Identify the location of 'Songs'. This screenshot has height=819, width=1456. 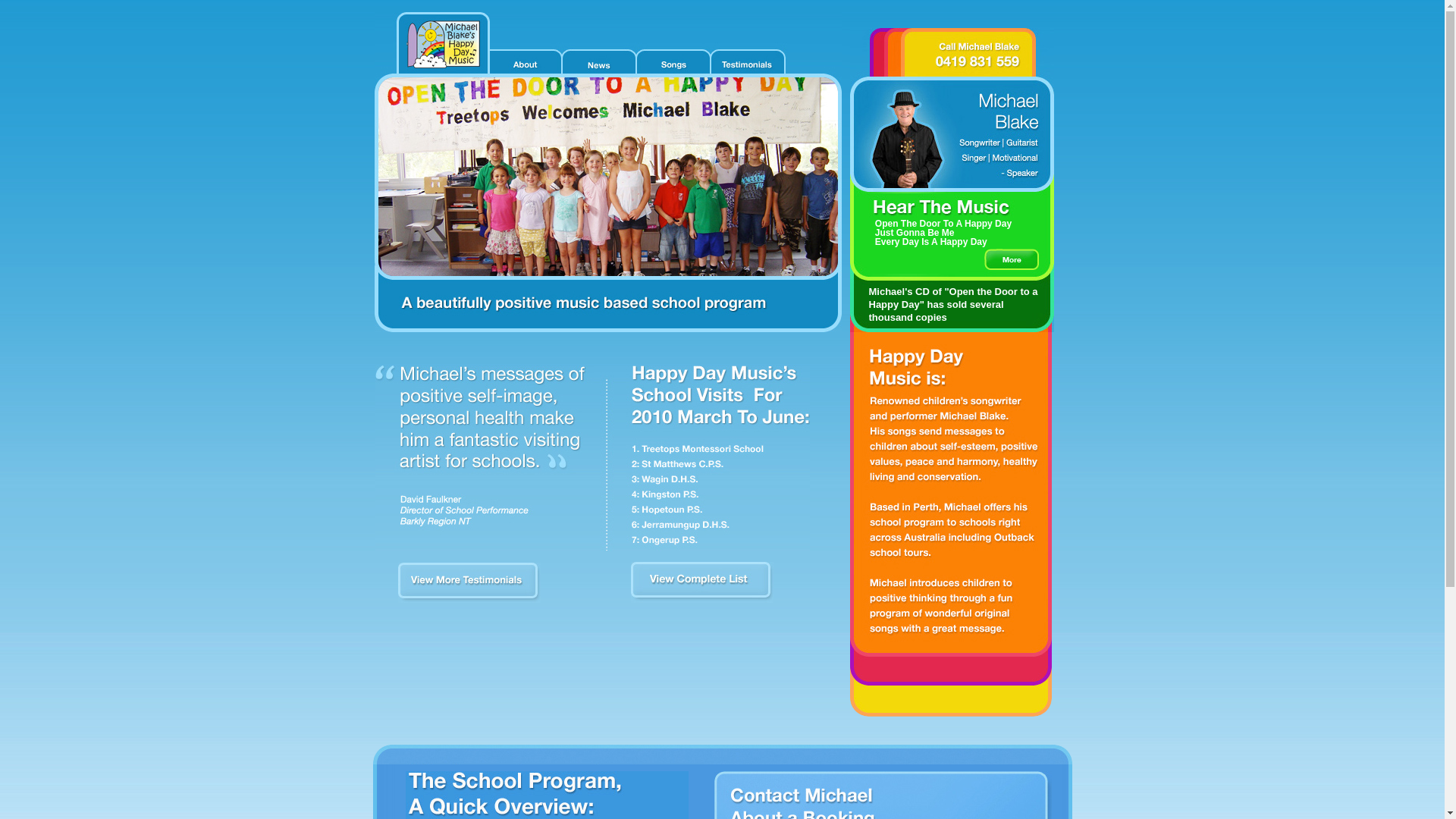
(671, 61).